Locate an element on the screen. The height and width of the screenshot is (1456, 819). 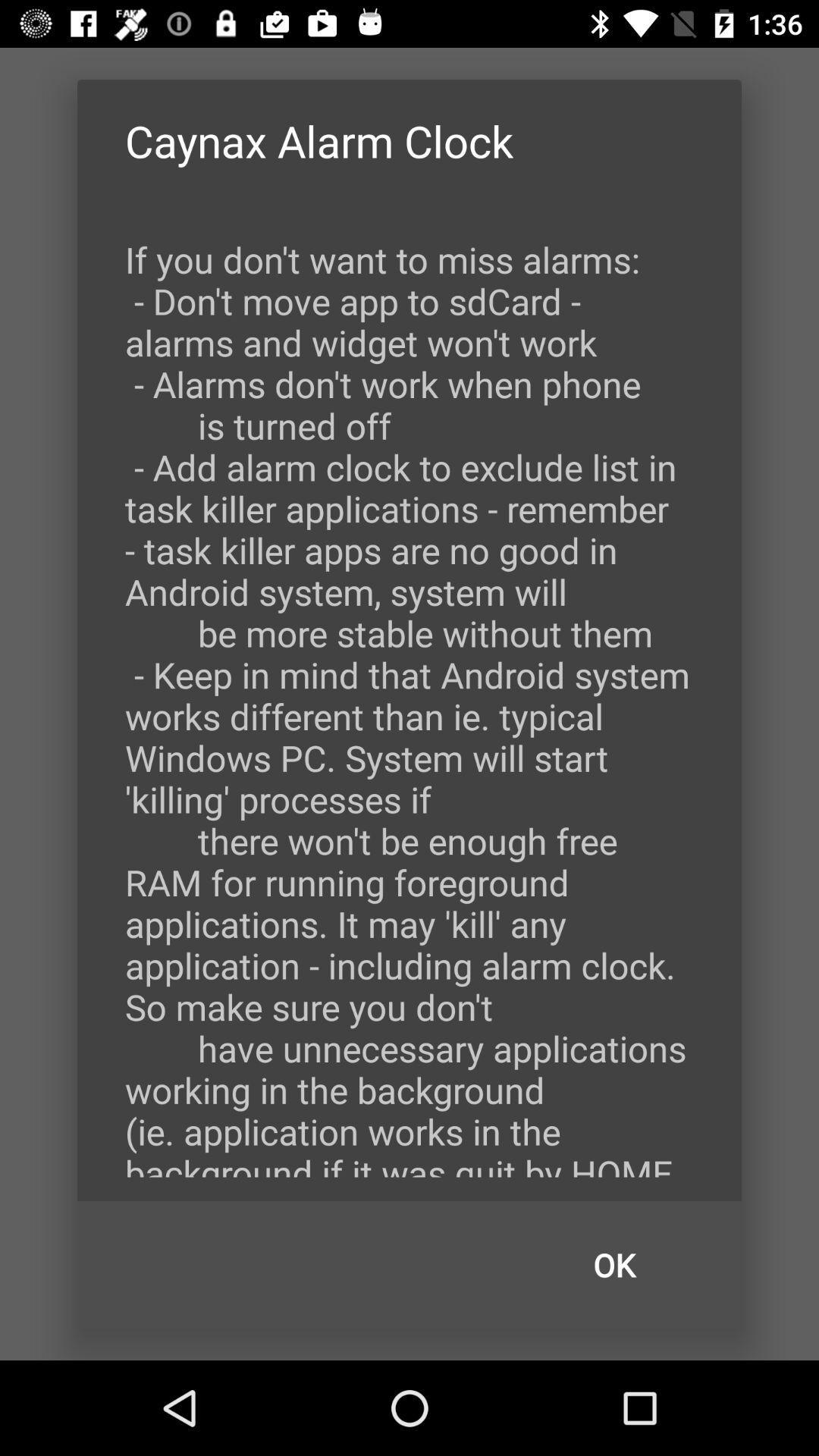
item at the bottom right corner is located at coordinates (614, 1265).